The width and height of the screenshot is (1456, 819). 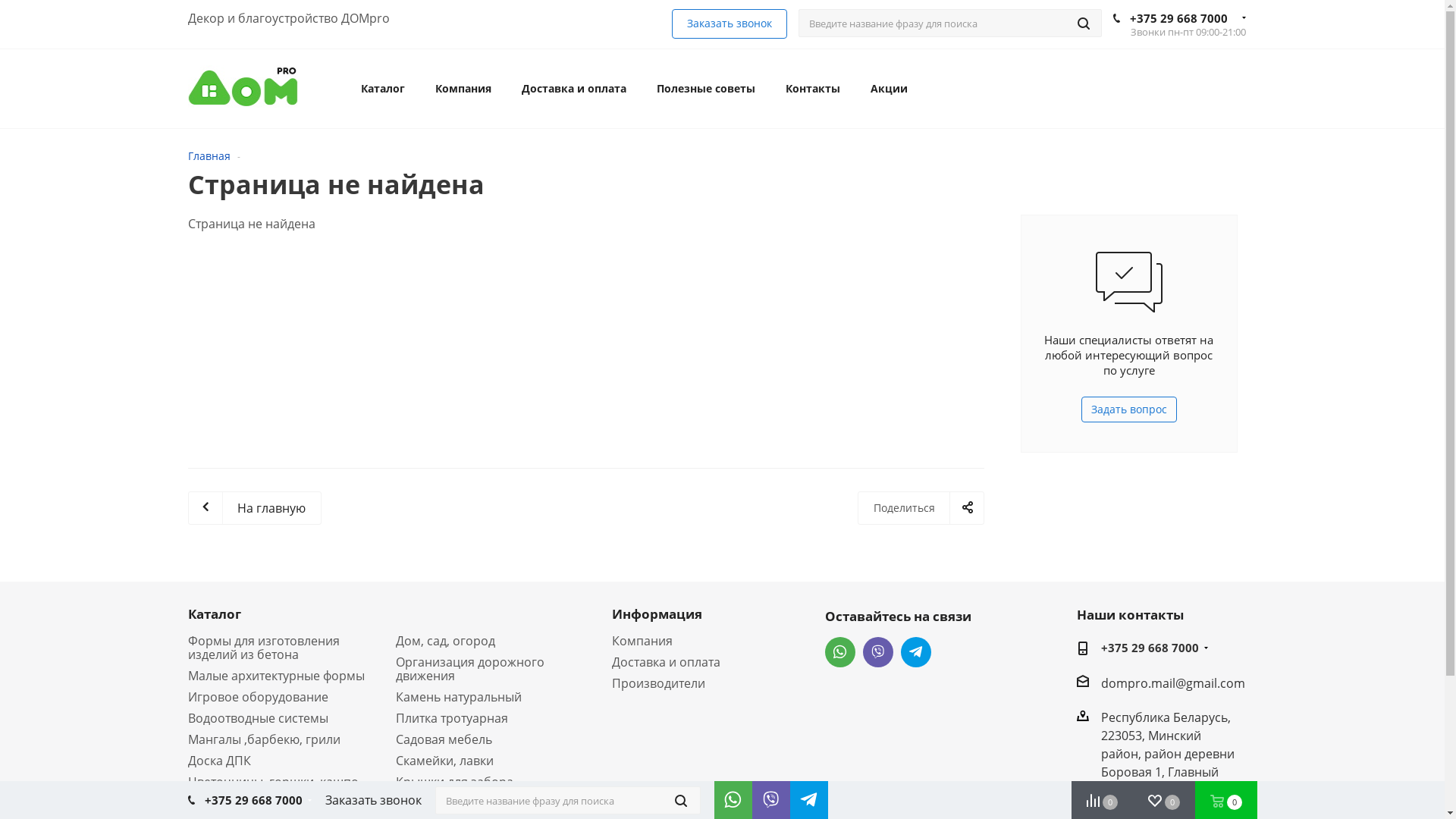 I want to click on '+375 29 668 7000', so click(x=1150, y=648).